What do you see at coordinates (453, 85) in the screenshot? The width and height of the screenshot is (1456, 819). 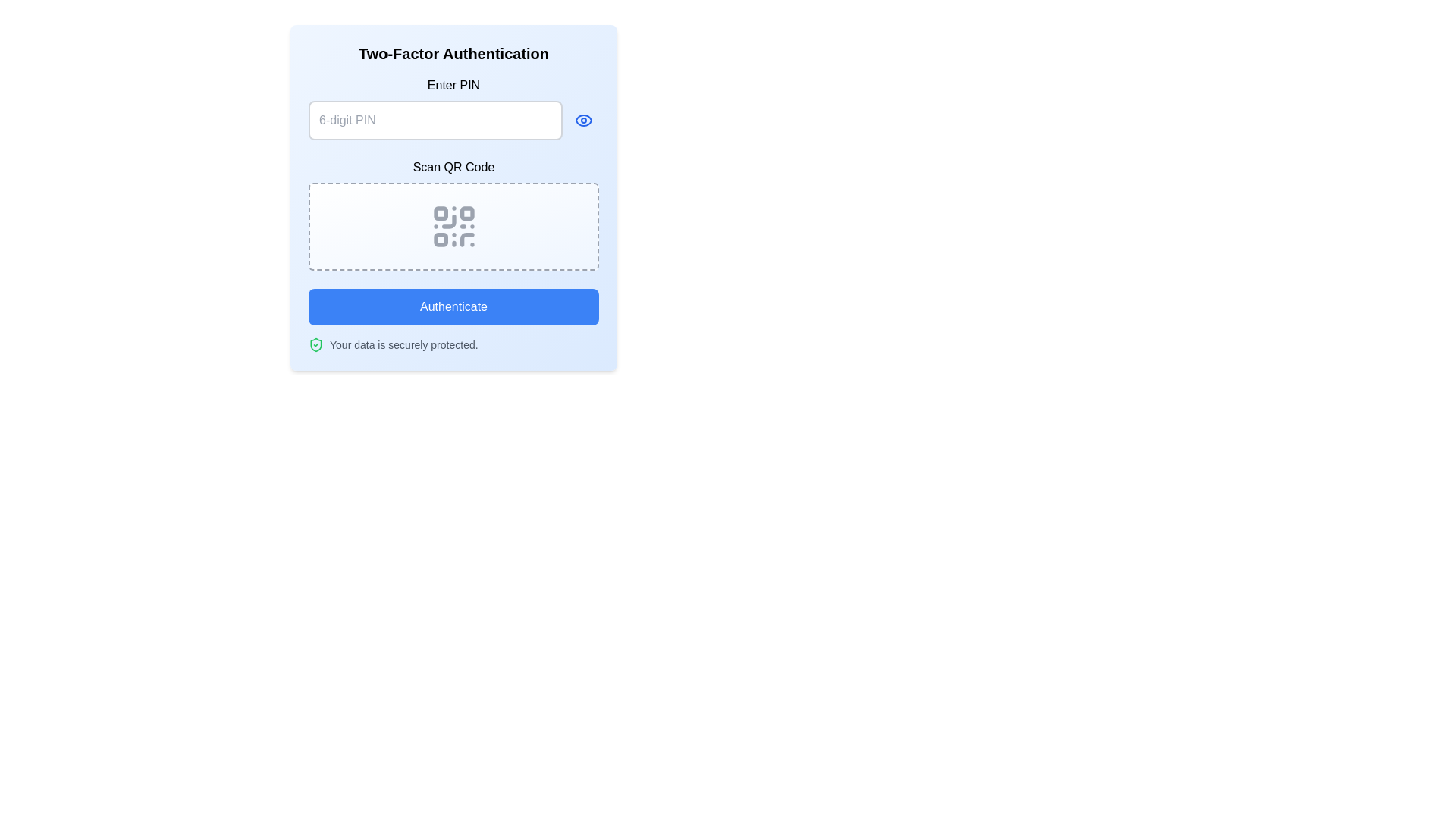 I see `the Text Label that provides context for the PIN entry input field, located at the upper-center part of the panel` at bounding box center [453, 85].